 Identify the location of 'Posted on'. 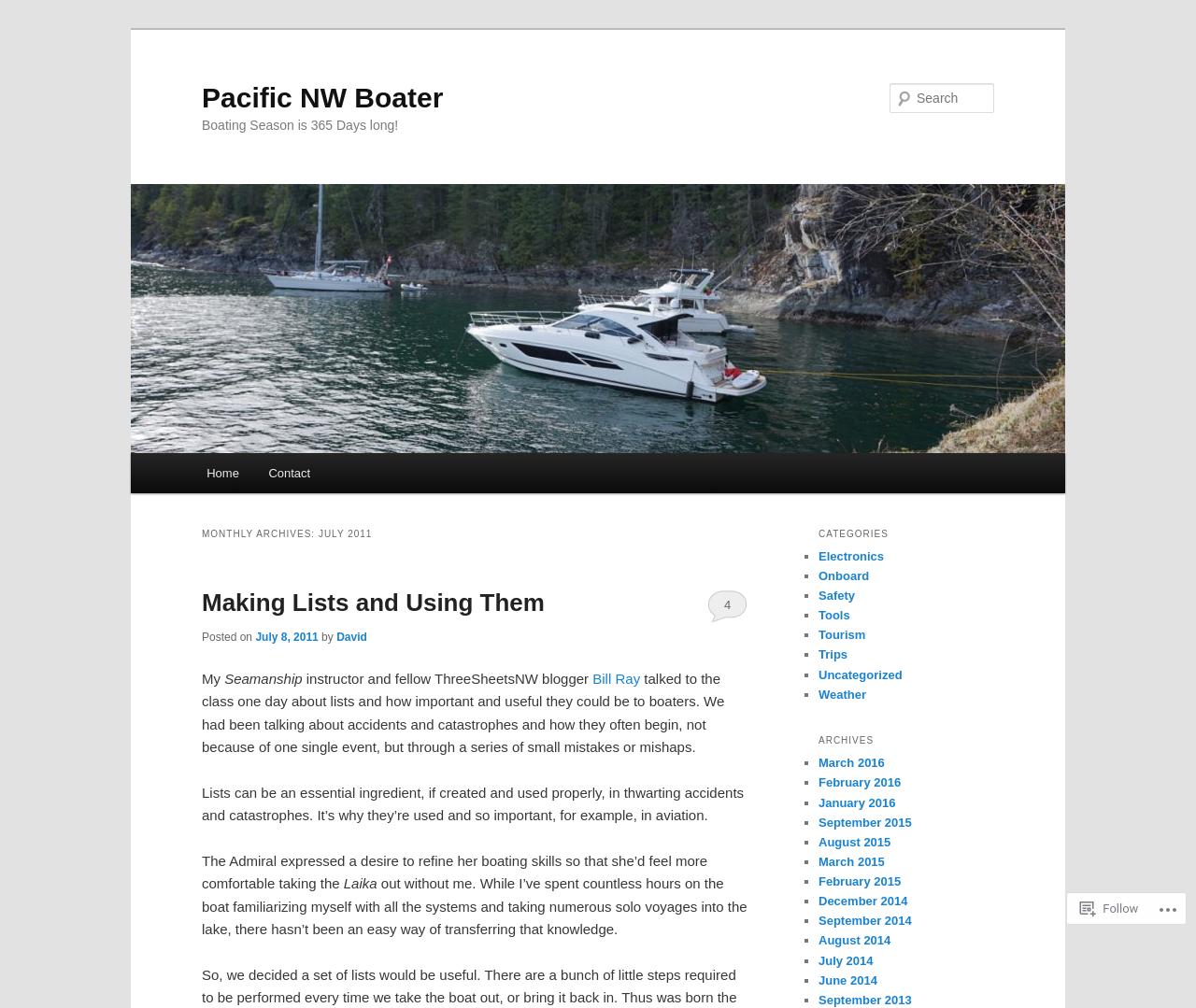
(227, 635).